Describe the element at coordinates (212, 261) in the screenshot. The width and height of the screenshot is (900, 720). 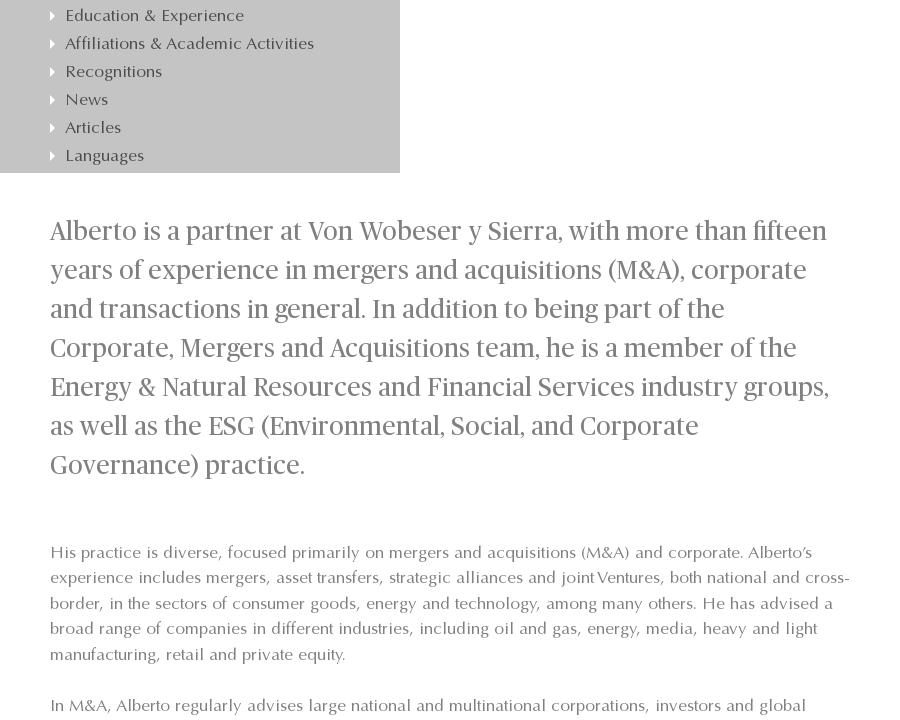
I see `'Von Wobeser y Sierra, S.C. announces two new Partners and new Of Counsel.'` at that location.